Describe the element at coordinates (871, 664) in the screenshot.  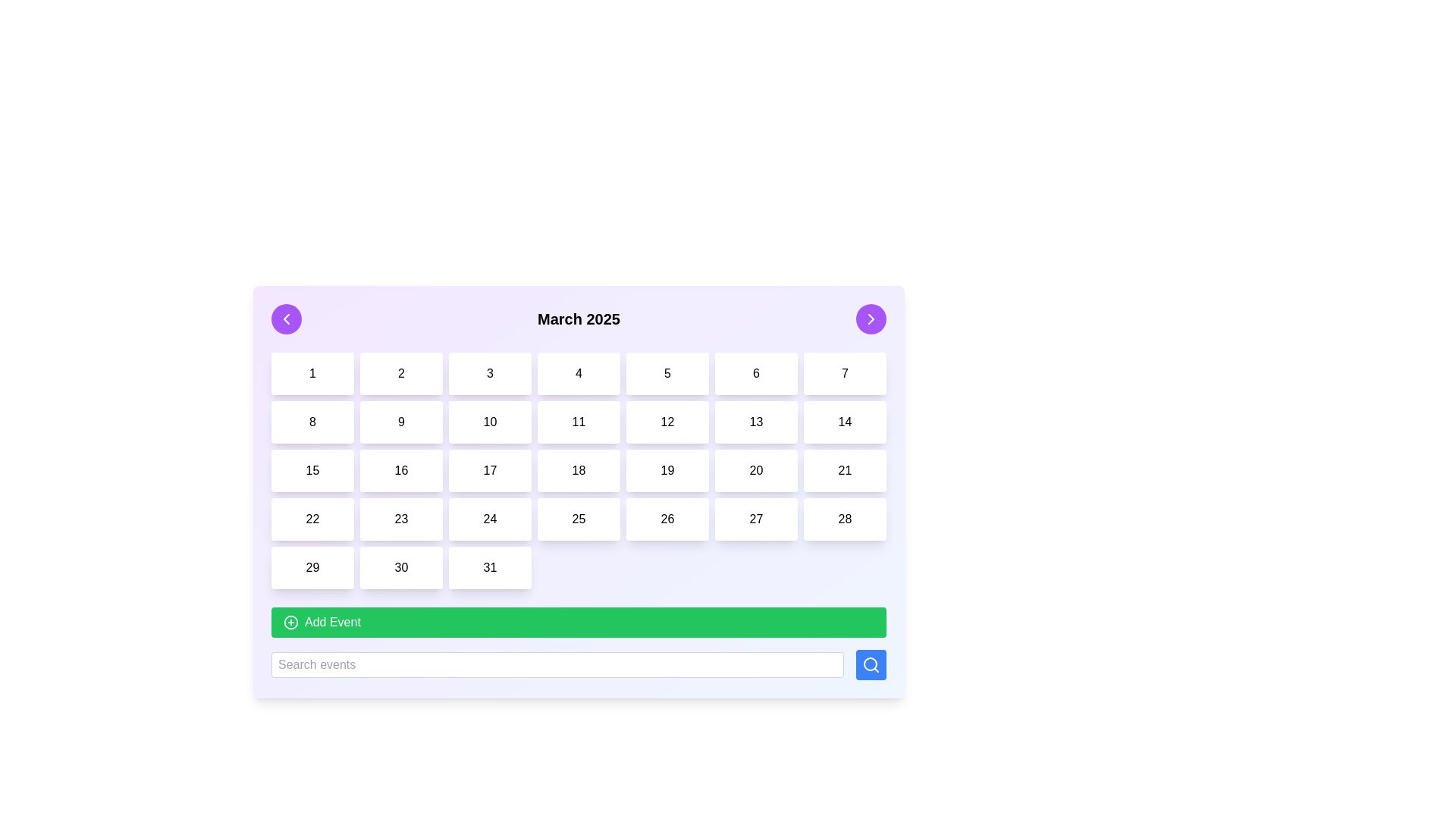
I see `the rounded square blue button with a white magnifying glass icon` at that location.